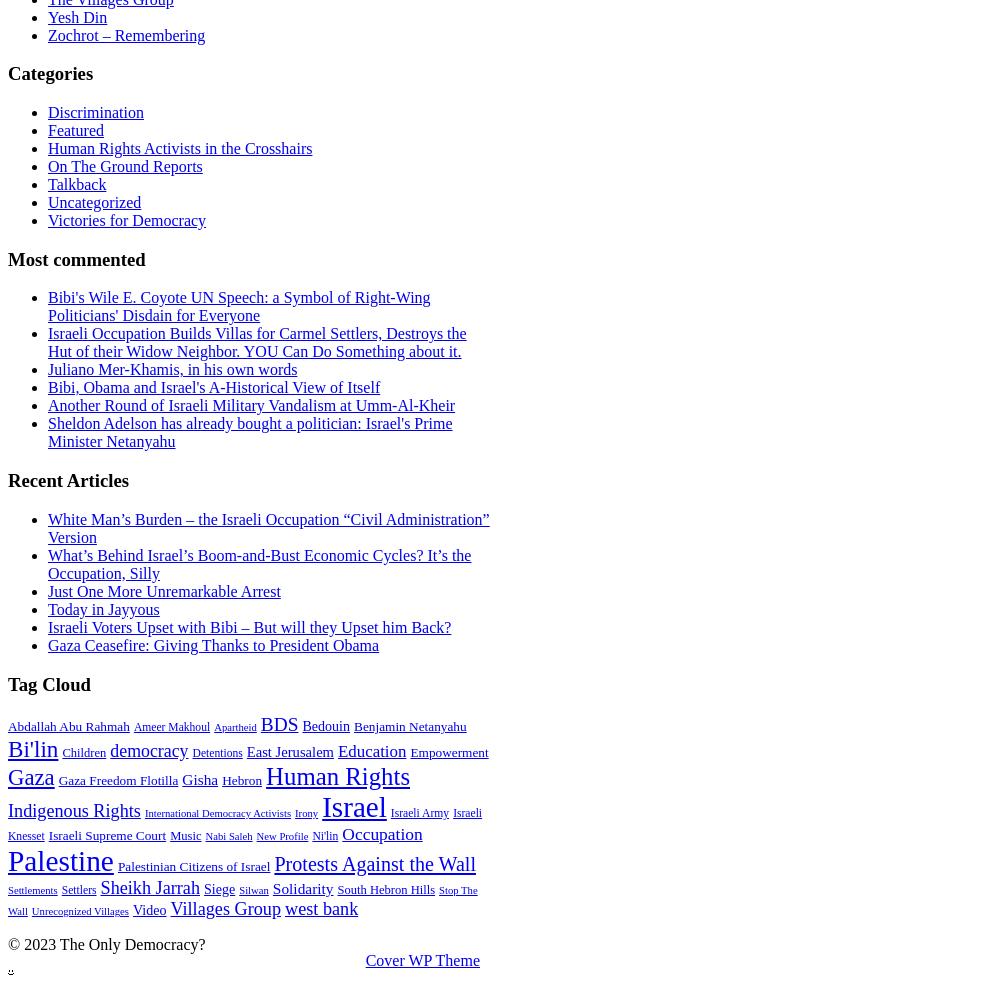  What do you see at coordinates (212, 643) in the screenshot?
I see `'Gaza Ceasefire: Giving Thanks to President Obama'` at bounding box center [212, 643].